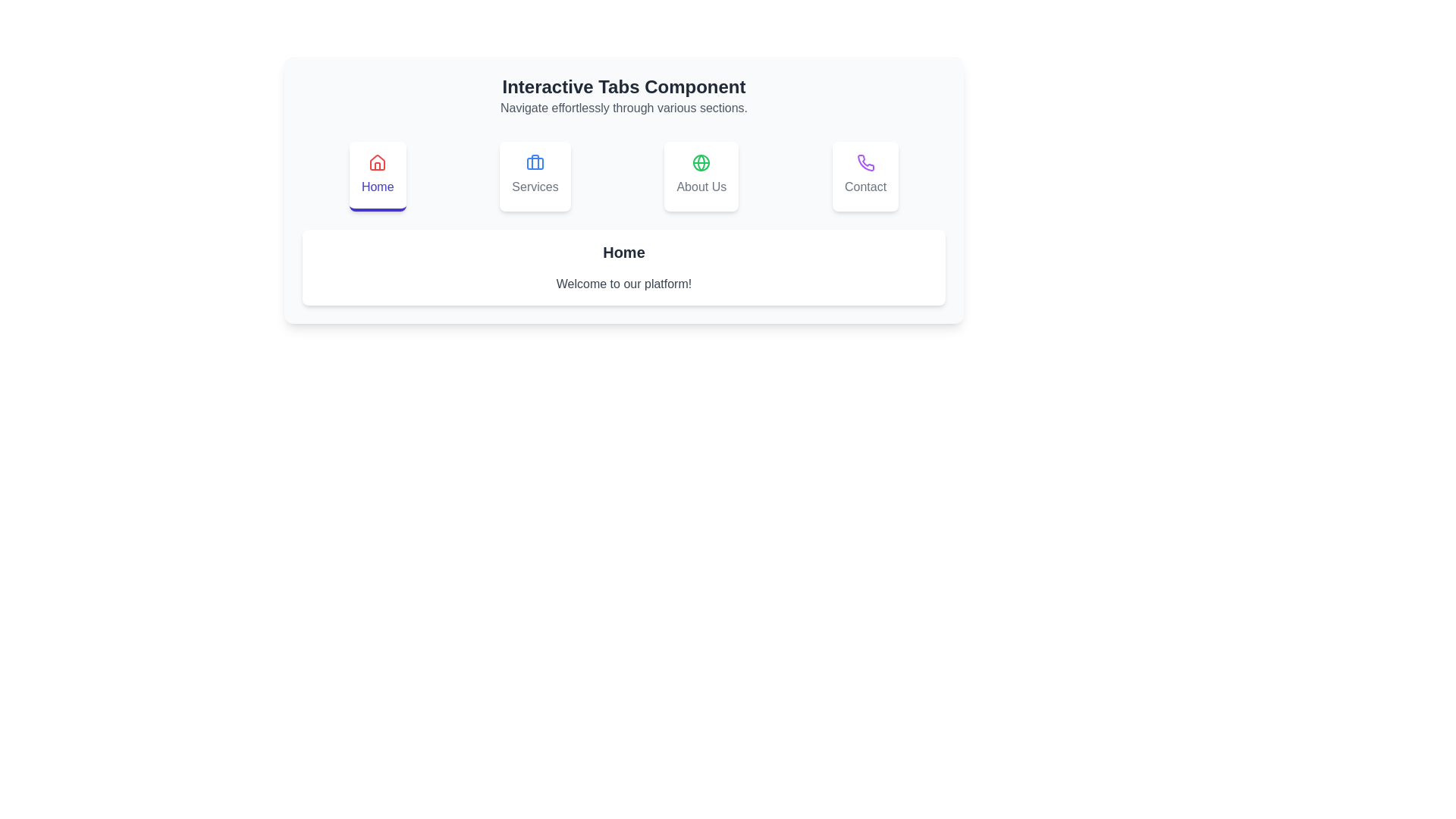 Image resolution: width=1456 pixels, height=819 pixels. What do you see at coordinates (866, 175) in the screenshot?
I see `the Contact tab icon` at bounding box center [866, 175].